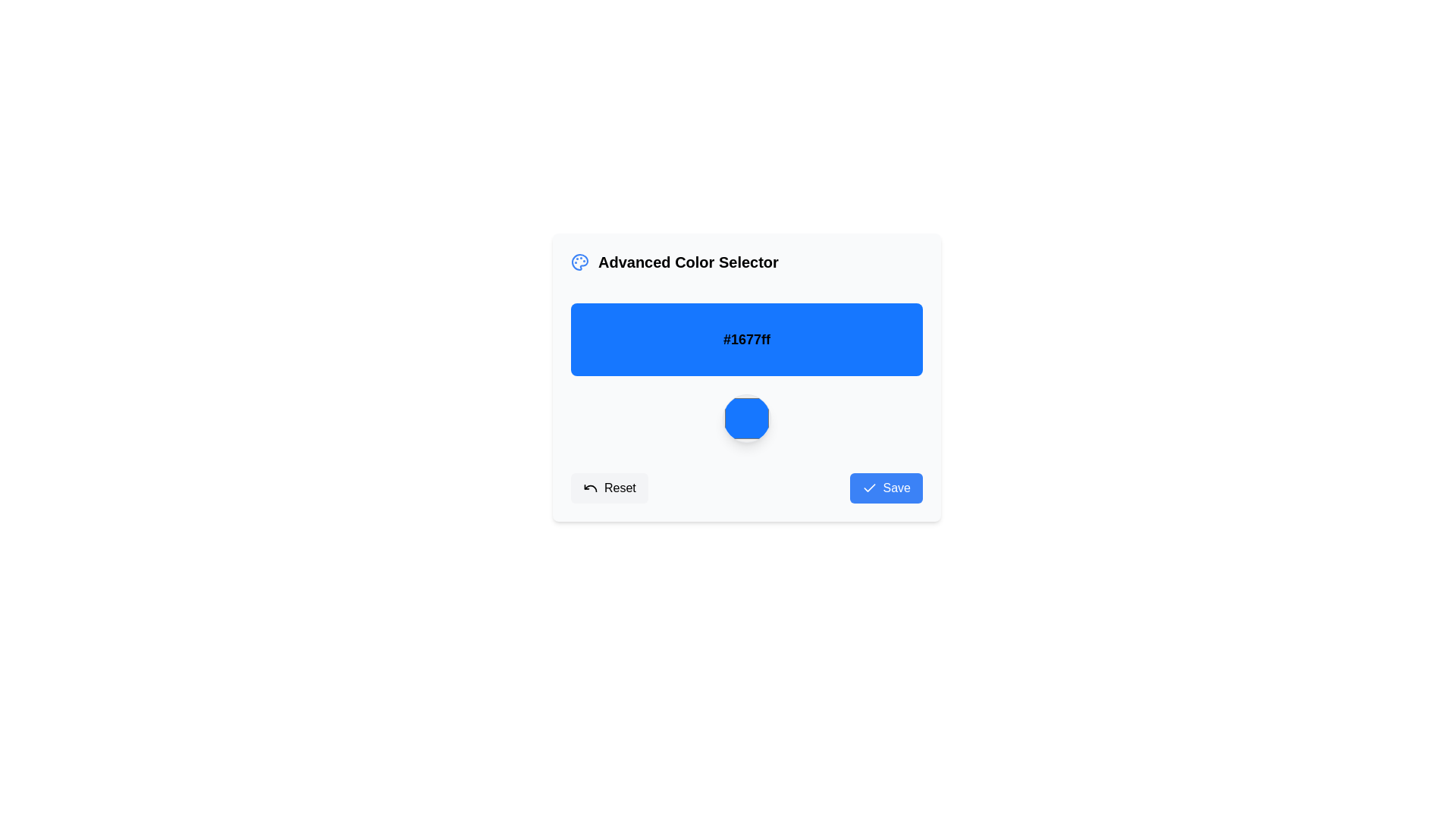 The image size is (1456, 819). What do you see at coordinates (886, 488) in the screenshot?
I see `the 'Save' button located on the bottom-right side of the 'Advanced Color Selector' panel to change its color` at bounding box center [886, 488].